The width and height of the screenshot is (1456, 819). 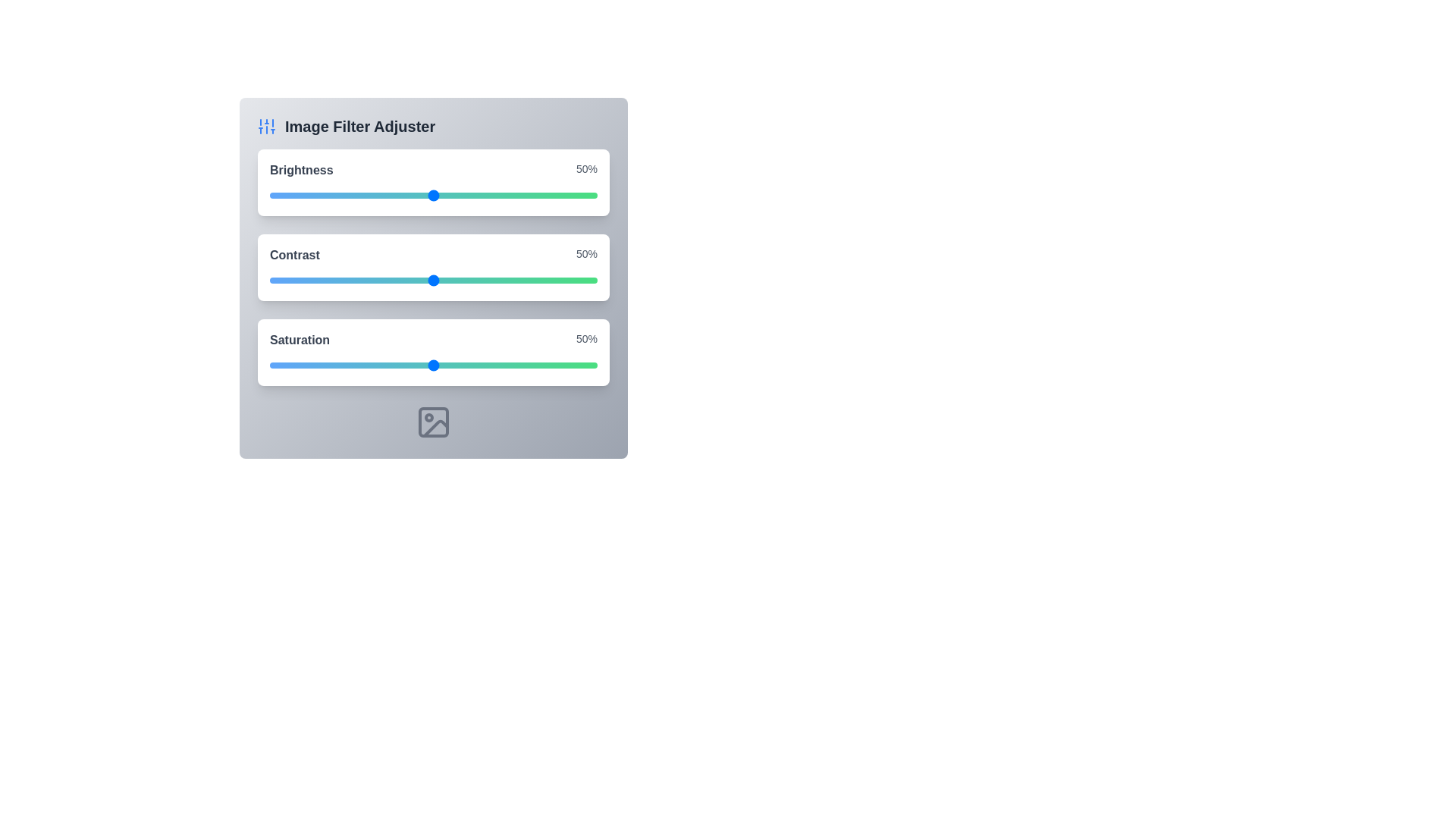 What do you see at coordinates (394, 195) in the screenshot?
I see `the brightness slider to 38%` at bounding box center [394, 195].